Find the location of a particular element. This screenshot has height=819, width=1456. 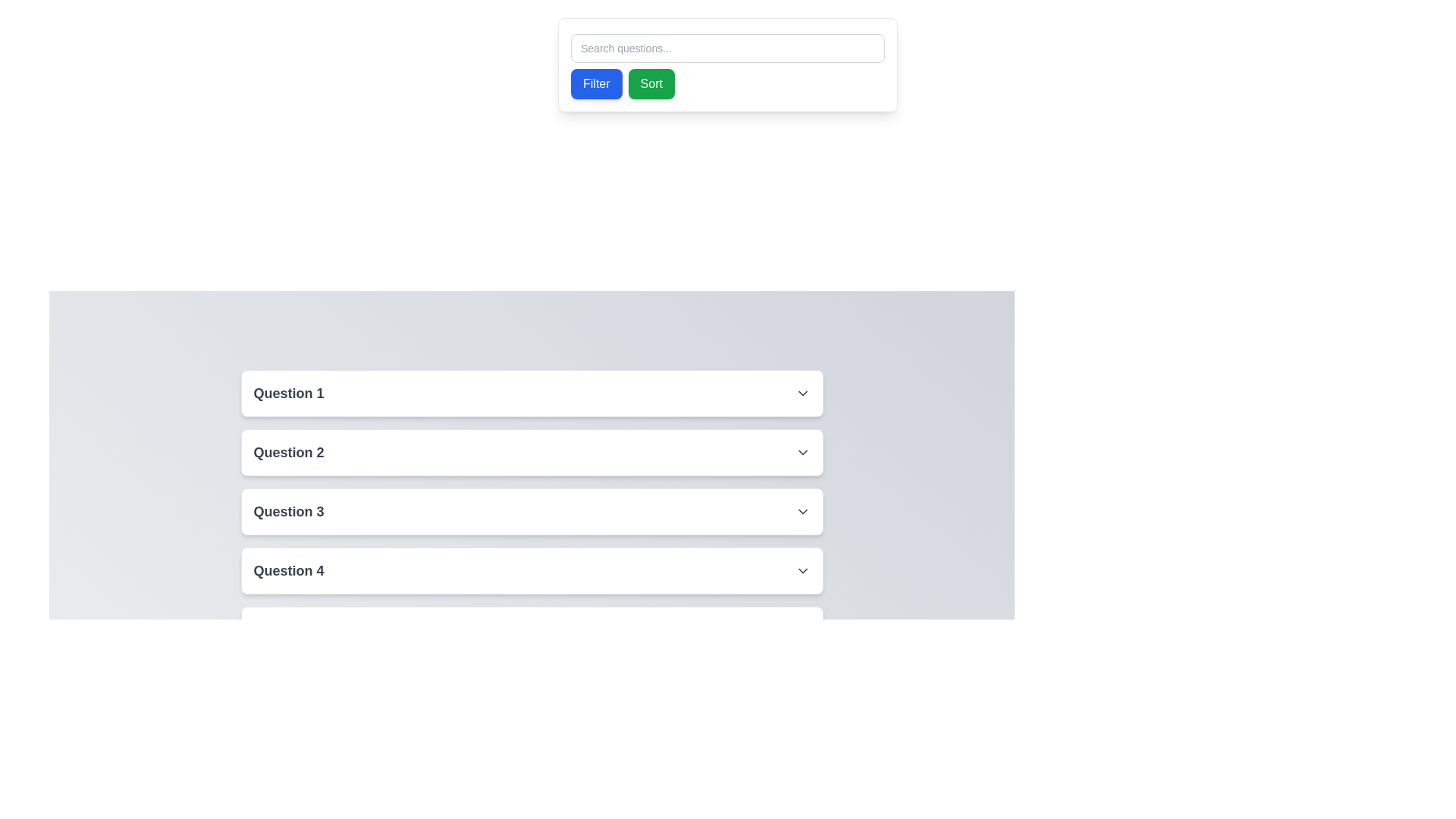

the text label that identifies the title of the section, which is located at the top-left of the first section labeled 'Question 1' is located at coordinates (288, 393).